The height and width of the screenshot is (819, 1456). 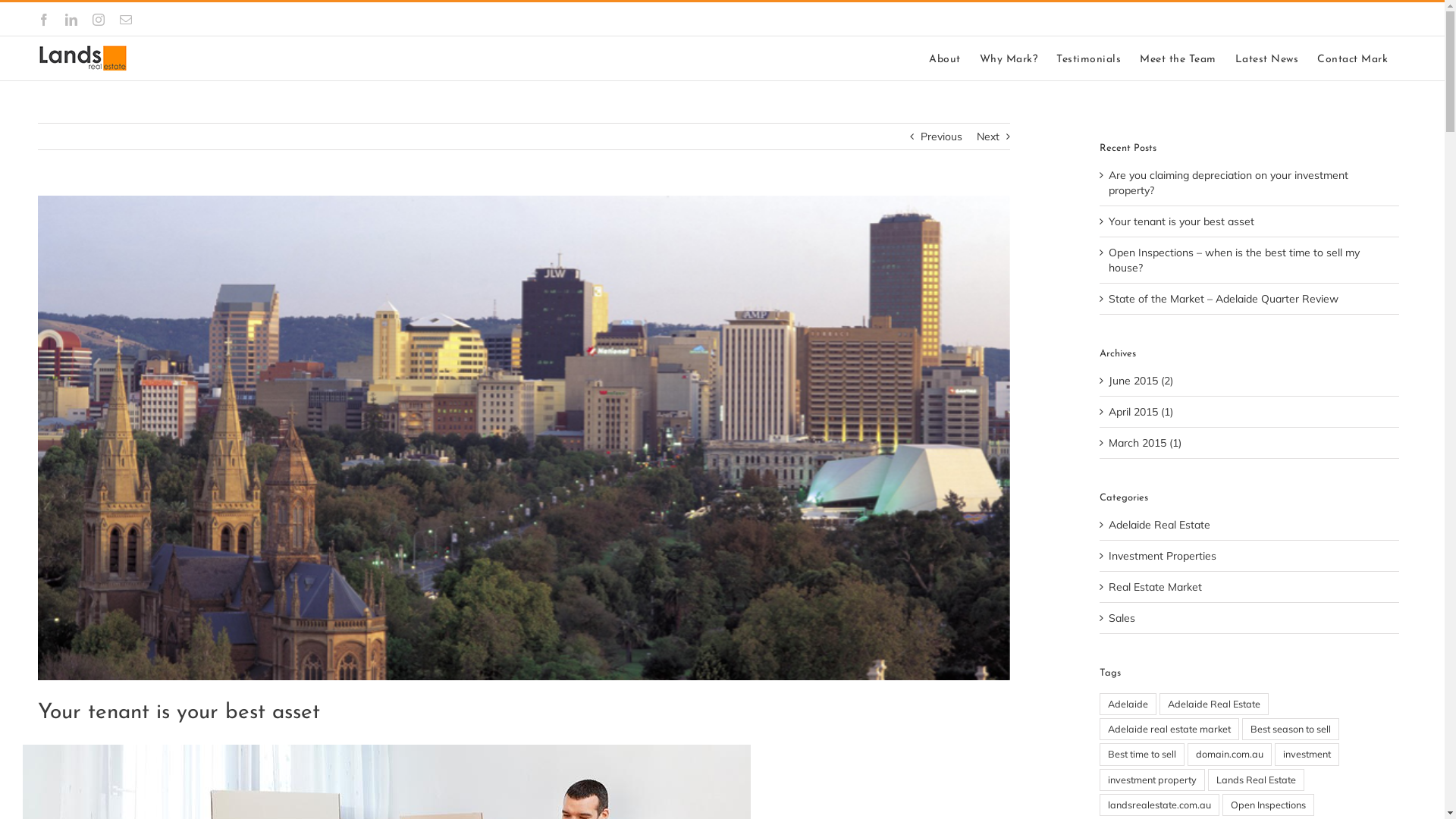 What do you see at coordinates (987, 136) in the screenshot?
I see `'Next'` at bounding box center [987, 136].